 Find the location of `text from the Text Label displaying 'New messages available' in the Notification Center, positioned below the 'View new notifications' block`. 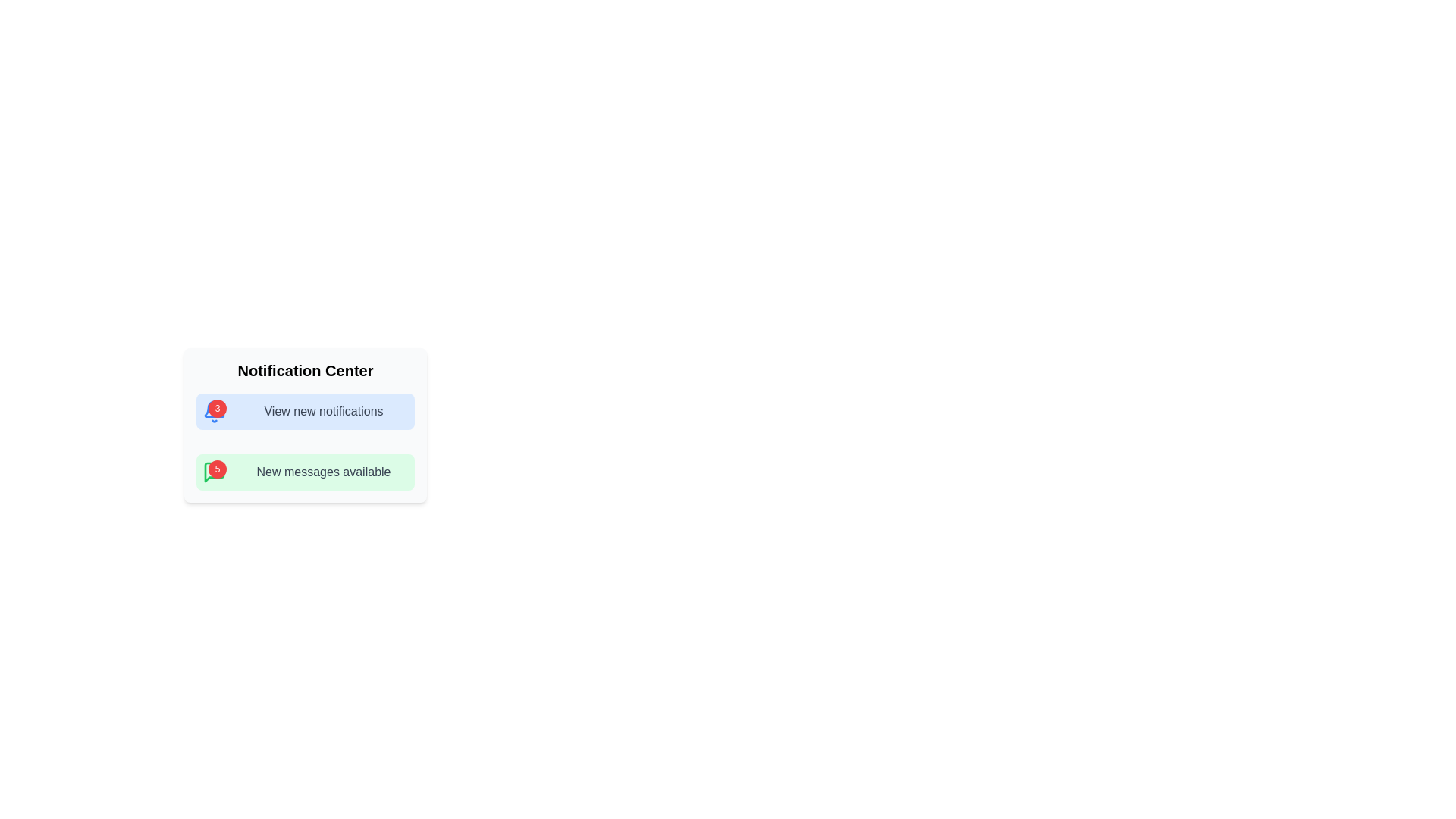

text from the Text Label displaying 'New messages available' in the Notification Center, positioned below the 'View new notifications' block is located at coordinates (323, 472).